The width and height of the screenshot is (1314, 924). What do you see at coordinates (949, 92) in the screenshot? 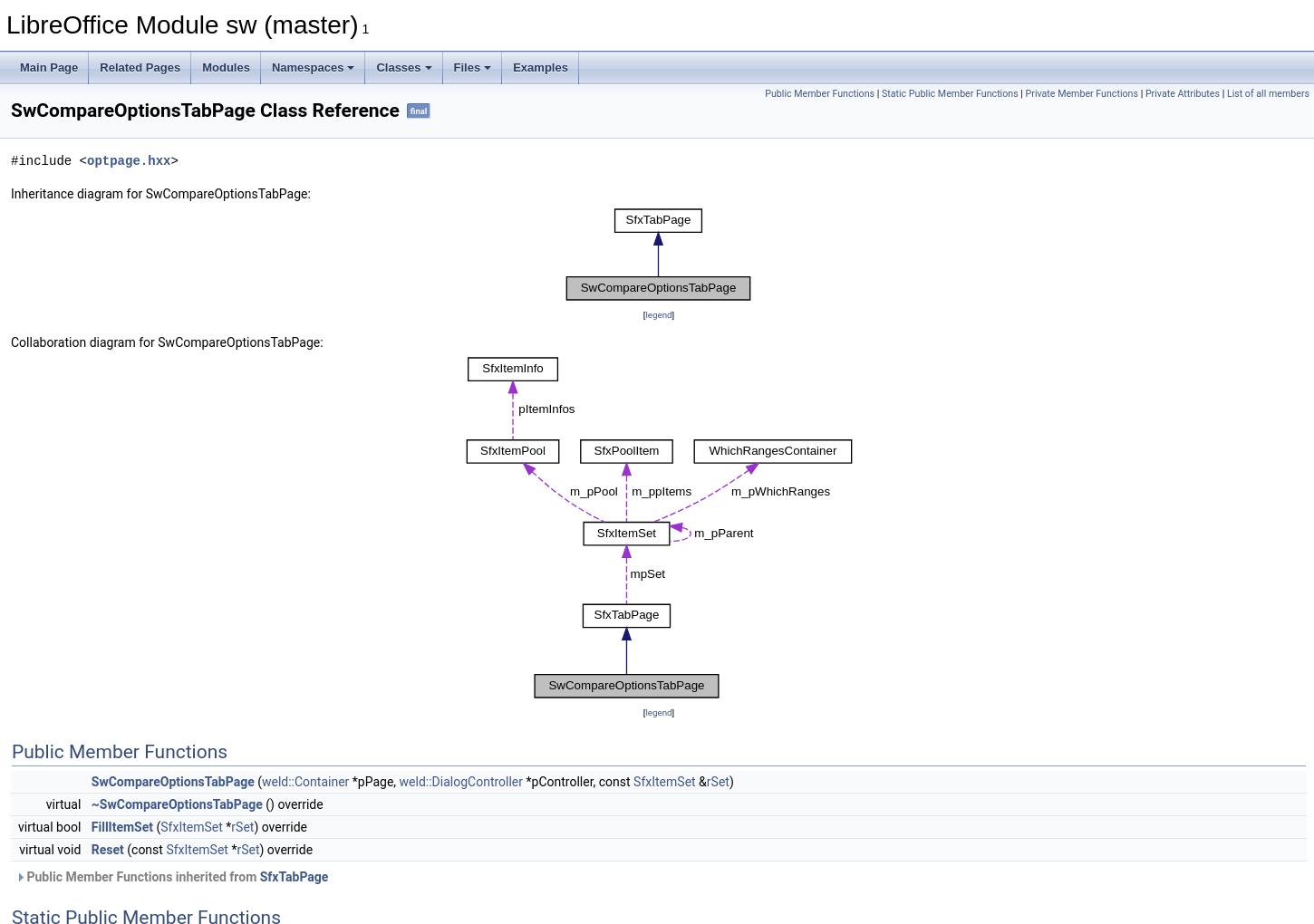
I see `'Static Public Member Functions'` at bounding box center [949, 92].